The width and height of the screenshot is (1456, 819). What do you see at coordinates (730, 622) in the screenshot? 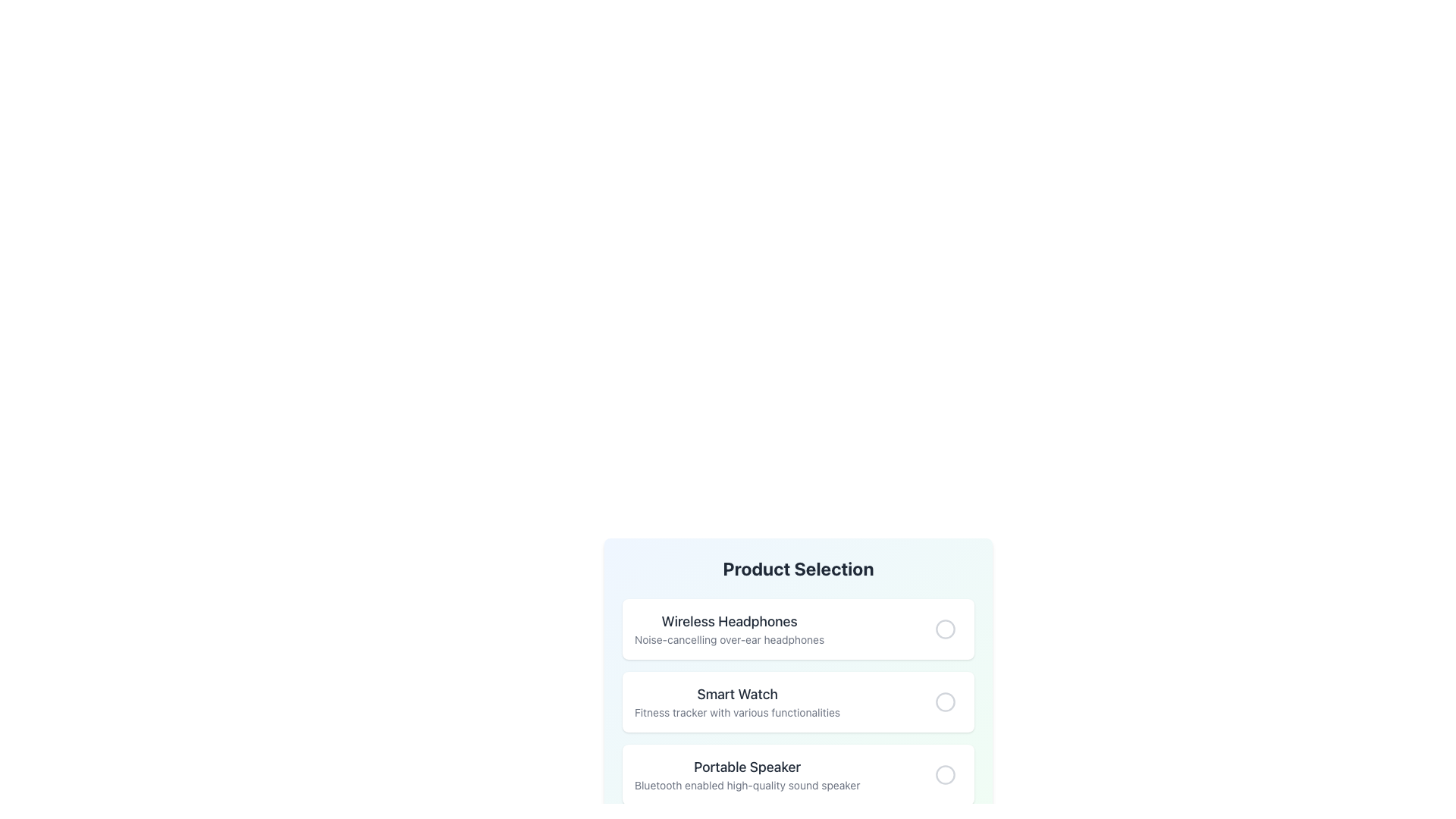
I see `the text label that describes the product 'Wireless Headphones', which is located at the top of a card section in a vertical list of options` at bounding box center [730, 622].